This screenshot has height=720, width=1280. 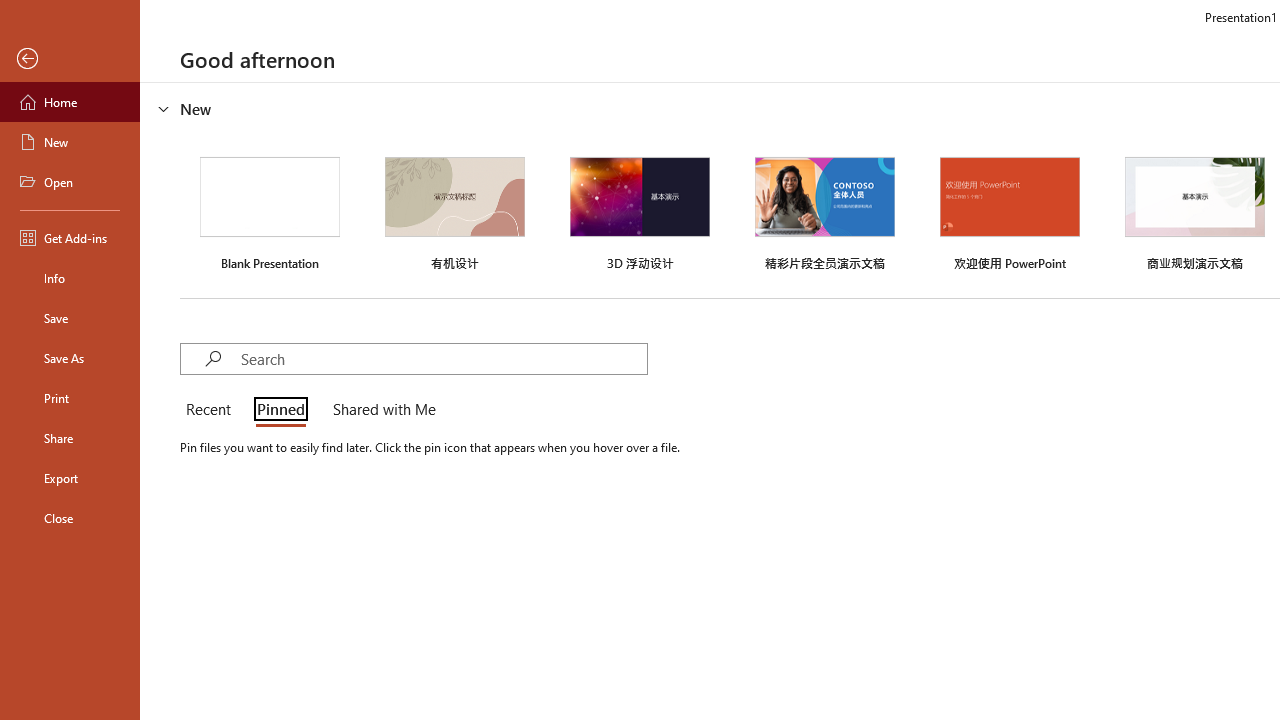 What do you see at coordinates (442, 357) in the screenshot?
I see `'Search'` at bounding box center [442, 357].